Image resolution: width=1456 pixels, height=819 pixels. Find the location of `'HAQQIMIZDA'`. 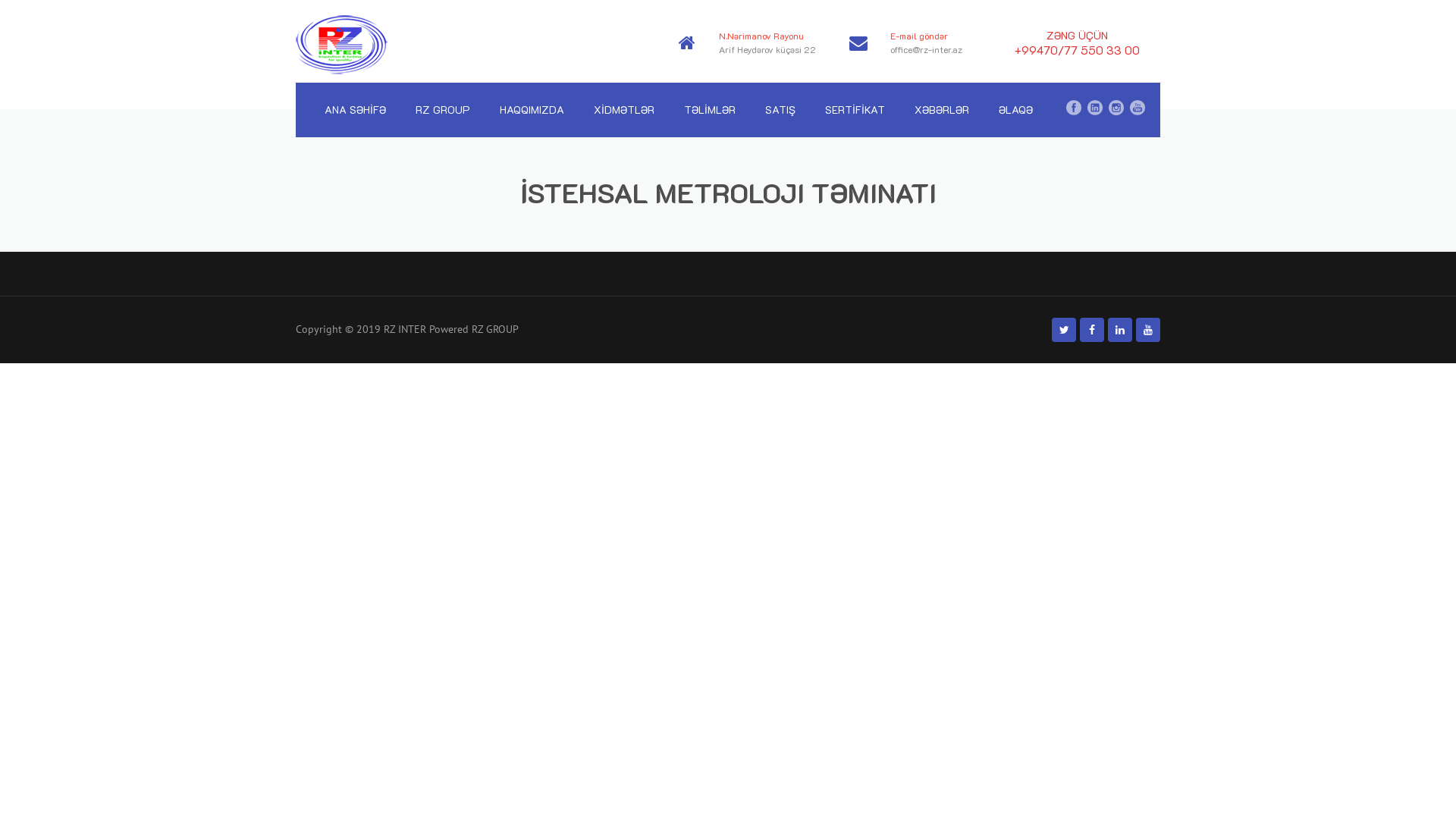

'HAQQIMIZDA' is located at coordinates (532, 109).